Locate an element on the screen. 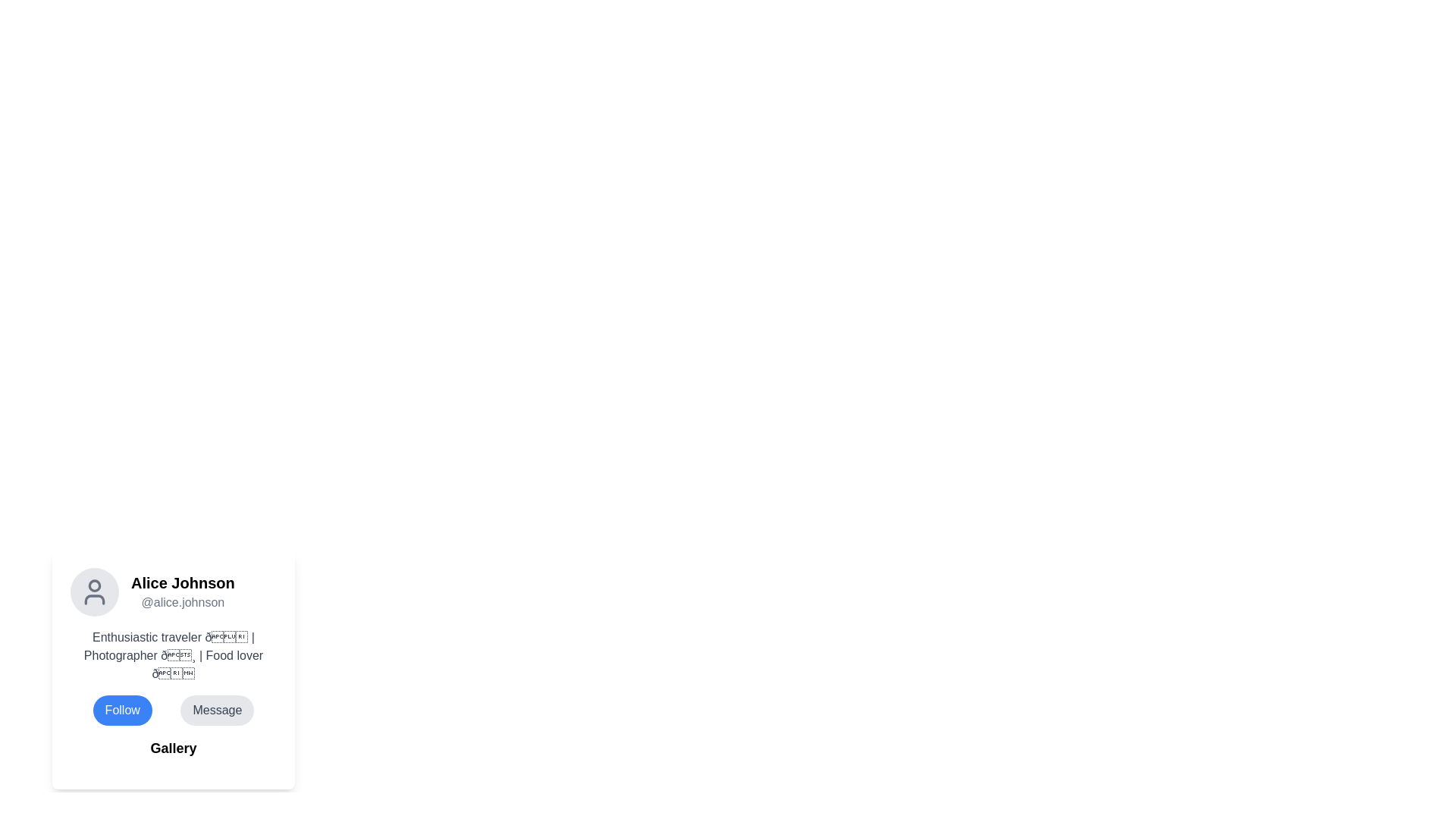 The width and height of the screenshot is (1456, 819). descriptive text block containing interests such as 'Enthusiastic traveler', 'Photographer', and 'Food lover', located below the username and profile description section and above the 'Follow' and 'Message' buttons is located at coordinates (174, 654).